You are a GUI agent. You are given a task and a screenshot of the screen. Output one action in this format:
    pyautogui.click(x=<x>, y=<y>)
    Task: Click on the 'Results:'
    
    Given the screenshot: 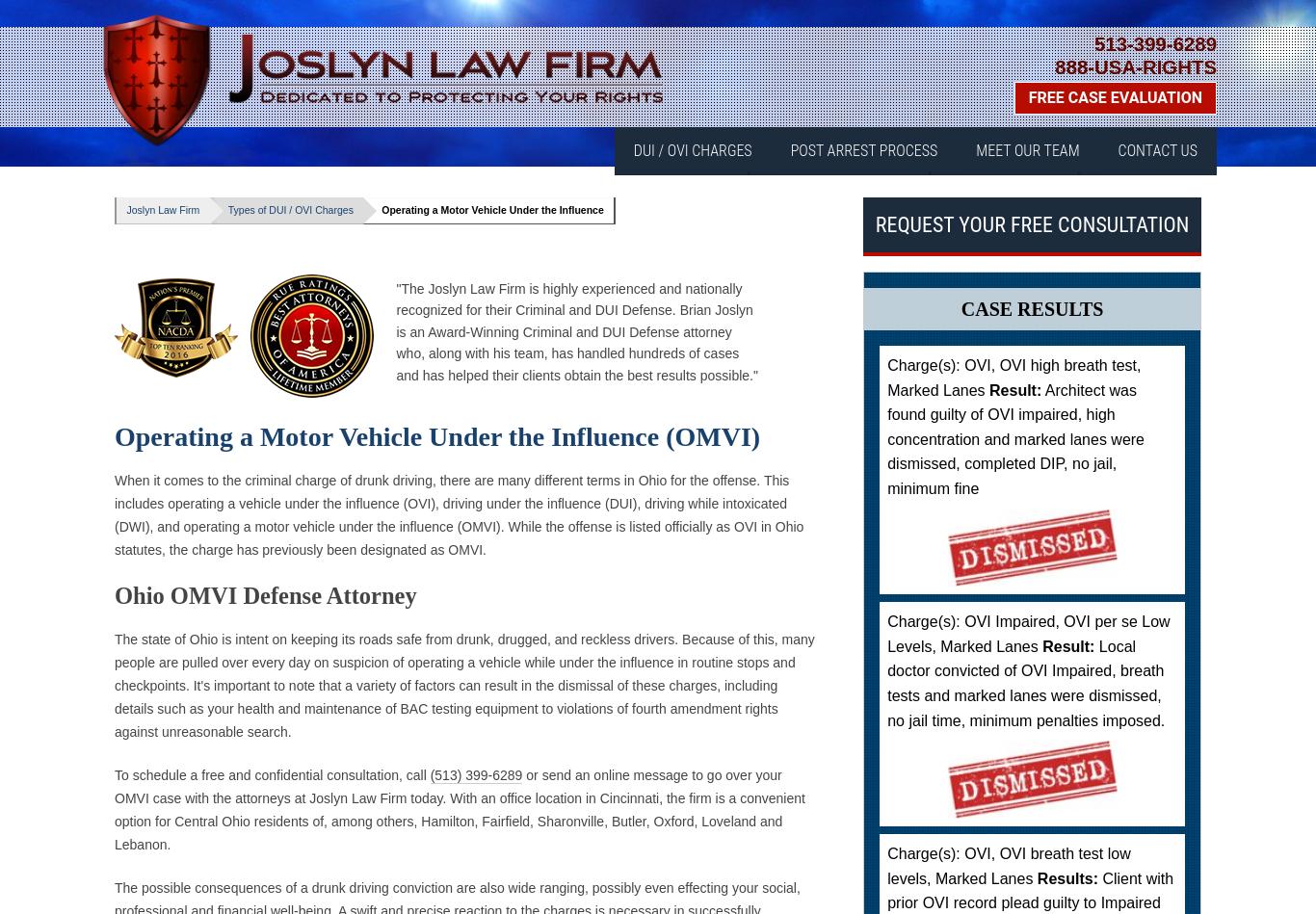 What is the action you would take?
    pyautogui.click(x=1066, y=876)
    